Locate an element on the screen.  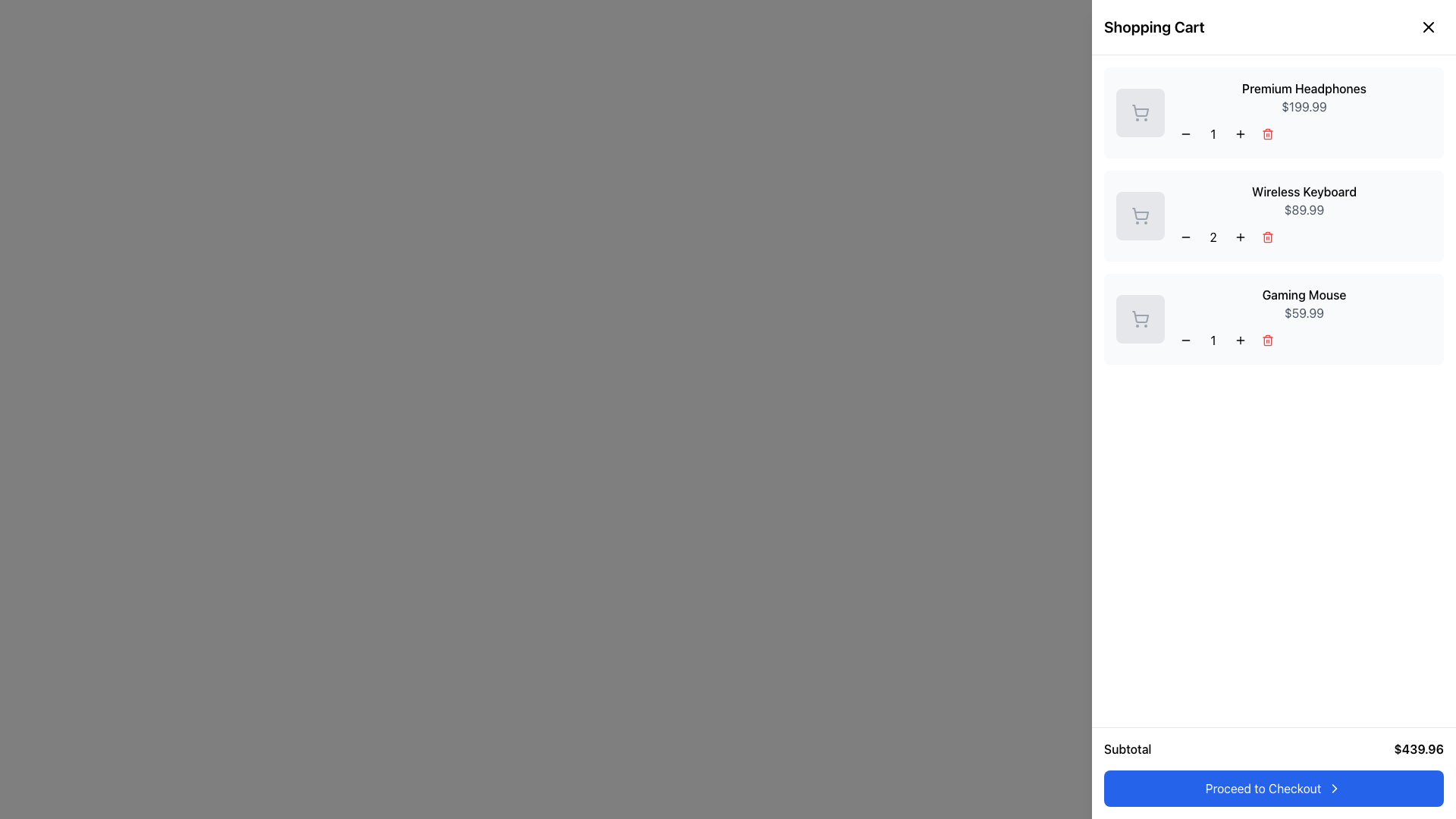
the Text label that displays the name of the shopping cart item, located above the price information of the second shopping item in the cart layout is located at coordinates (1303, 191).